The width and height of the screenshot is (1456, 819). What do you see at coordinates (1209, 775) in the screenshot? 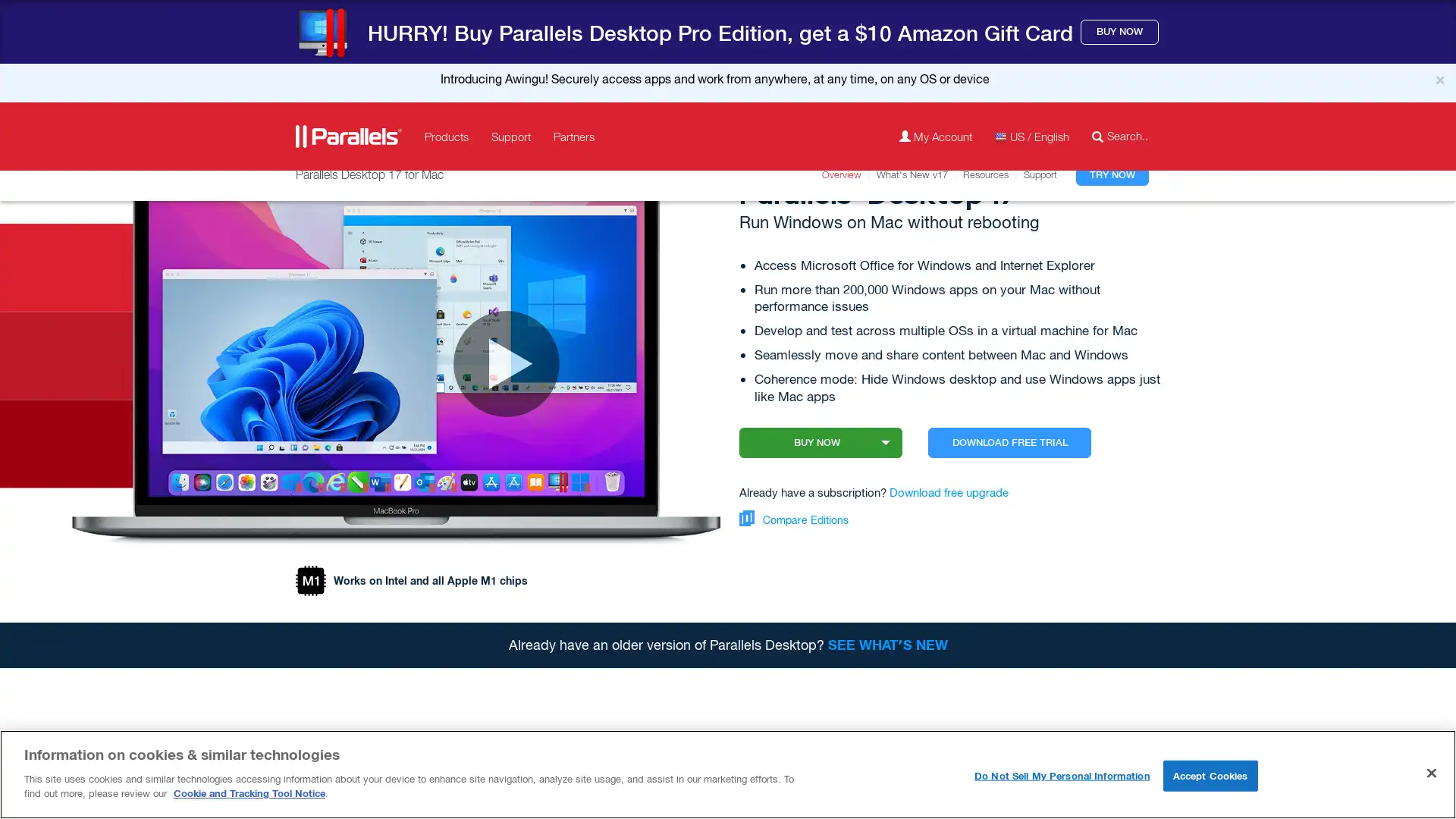
I see `Accept Cookies` at bounding box center [1209, 775].